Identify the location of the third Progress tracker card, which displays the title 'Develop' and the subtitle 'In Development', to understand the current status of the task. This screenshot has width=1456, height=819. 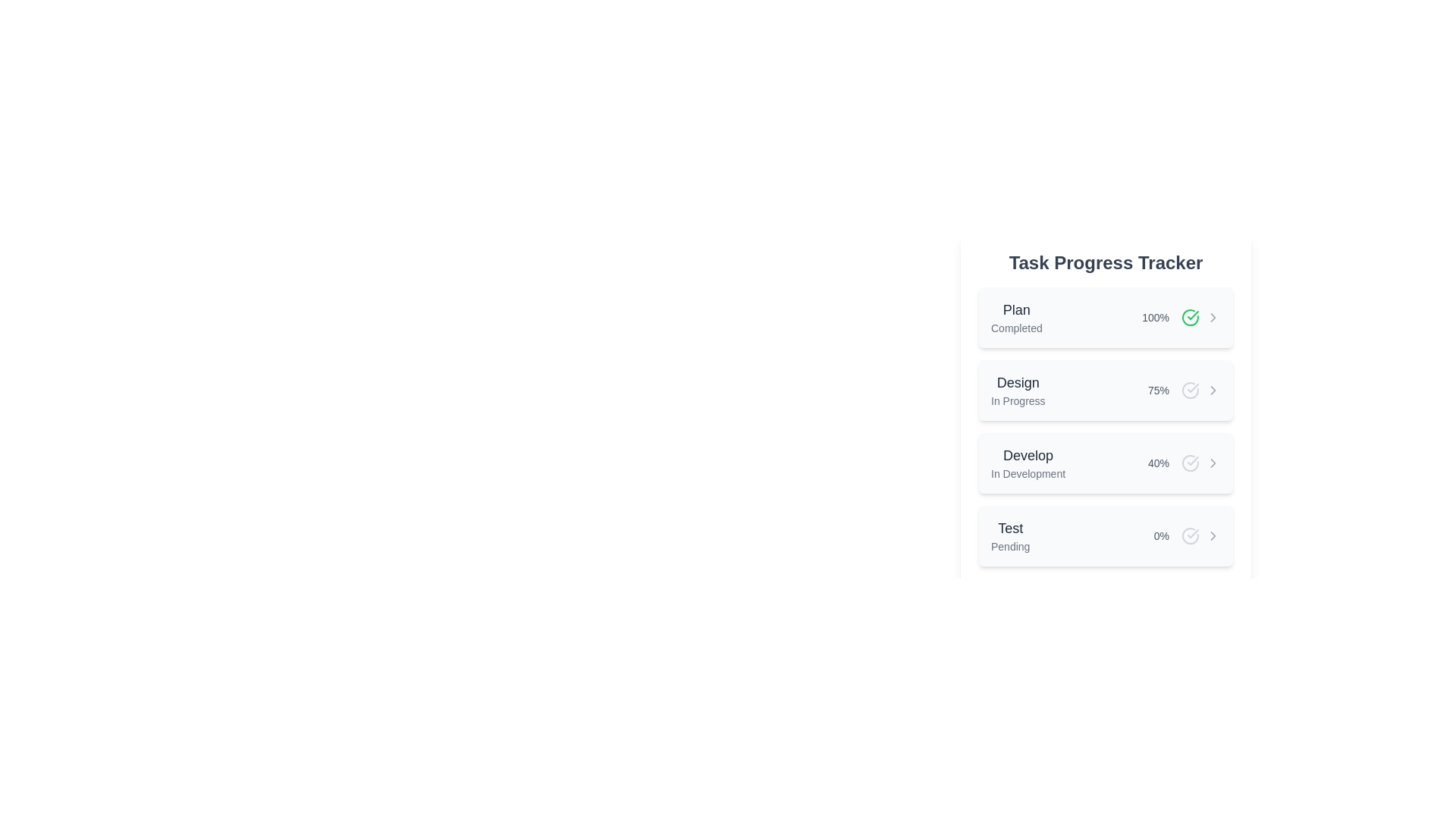
(1106, 462).